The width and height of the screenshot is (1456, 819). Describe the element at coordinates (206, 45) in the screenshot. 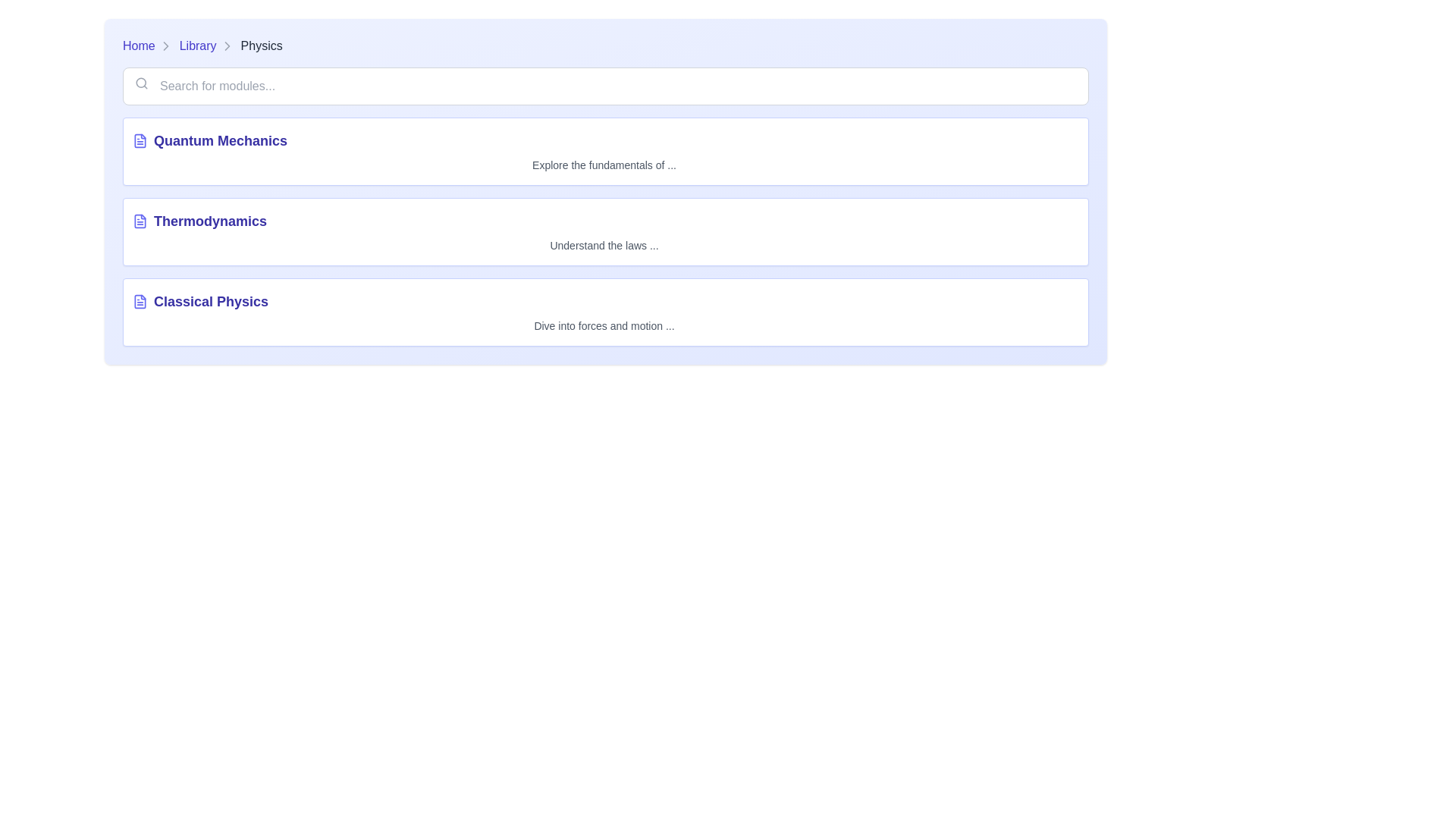

I see `the navigation link in the breadcrumb that redirects to the Library section` at that location.